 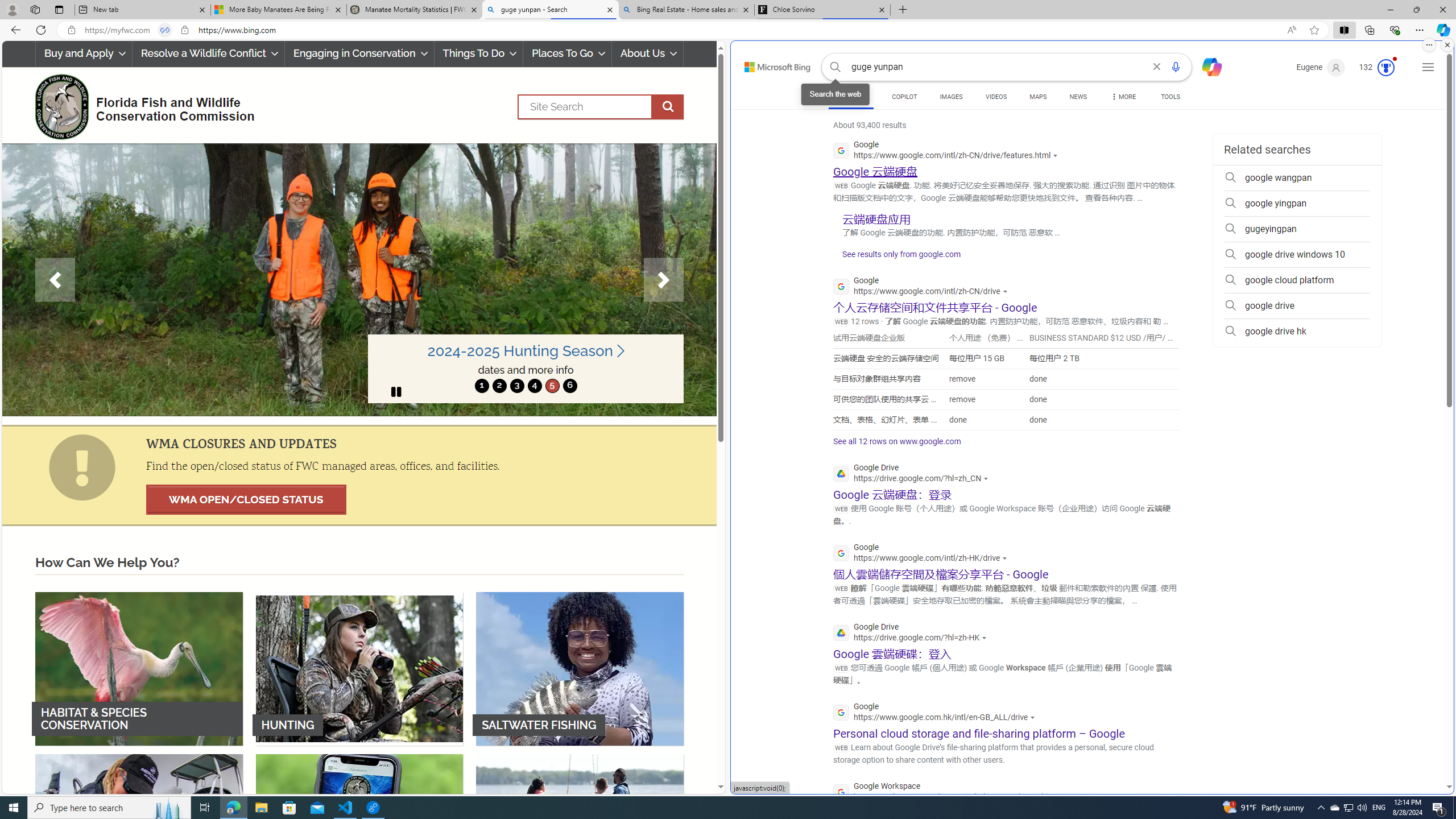 I want to click on 'IMAGES', so click(x=950, y=98).